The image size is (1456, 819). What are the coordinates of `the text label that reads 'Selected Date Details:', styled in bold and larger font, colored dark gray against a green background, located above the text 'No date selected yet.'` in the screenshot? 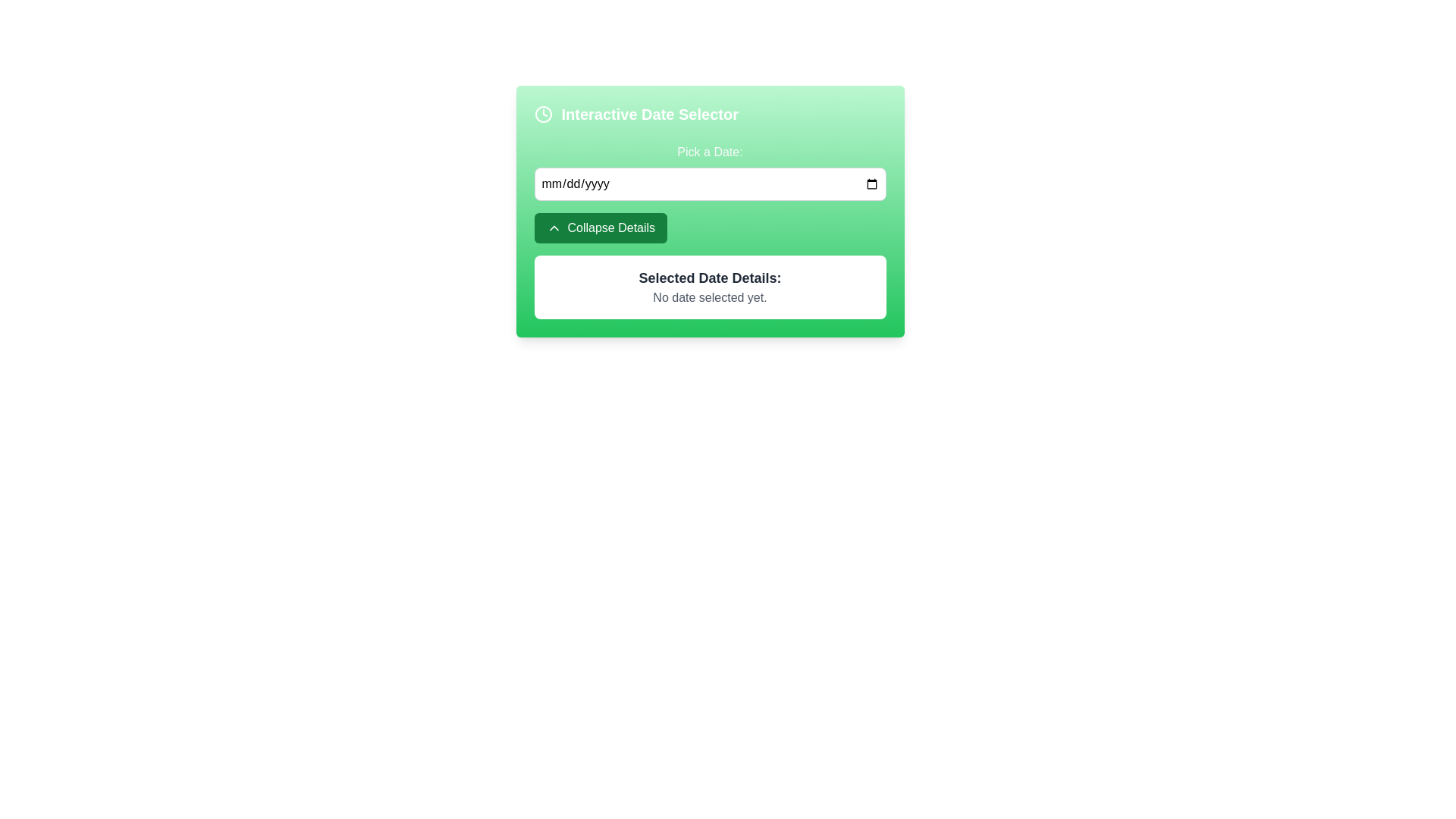 It's located at (709, 278).